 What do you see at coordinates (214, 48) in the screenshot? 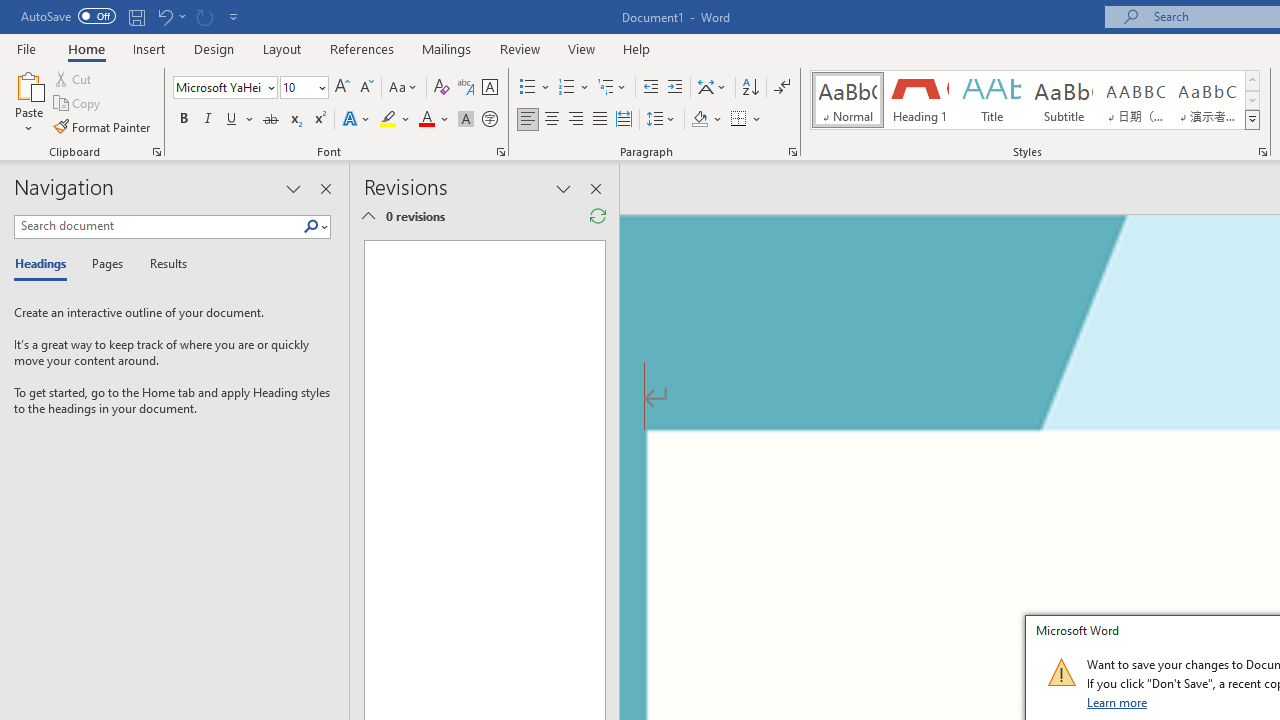
I see `'Design'` at bounding box center [214, 48].